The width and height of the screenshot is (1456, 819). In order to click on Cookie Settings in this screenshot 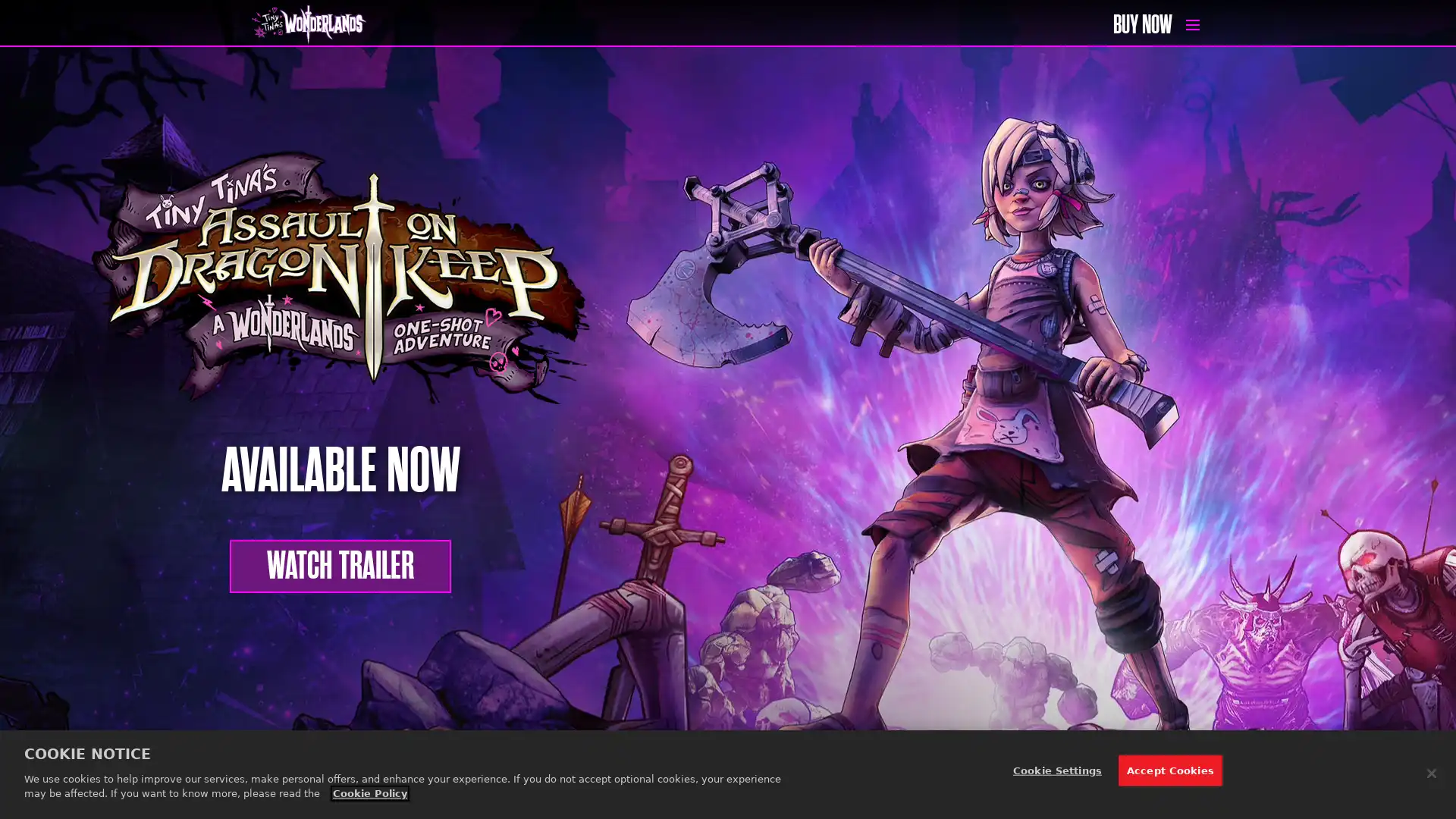, I will do `click(1056, 770)`.